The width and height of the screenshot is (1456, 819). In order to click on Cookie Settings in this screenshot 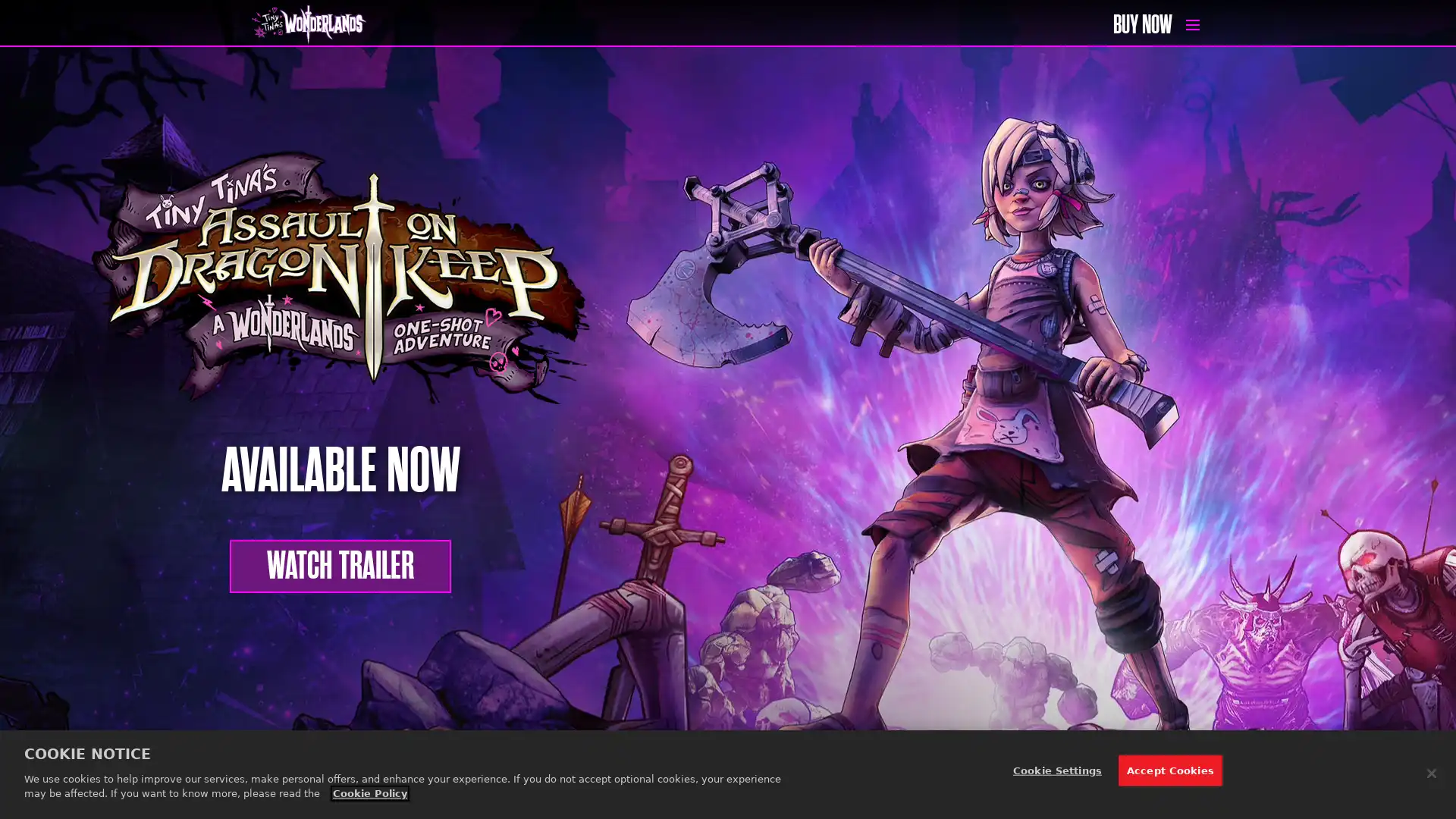, I will do `click(1056, 770)`.